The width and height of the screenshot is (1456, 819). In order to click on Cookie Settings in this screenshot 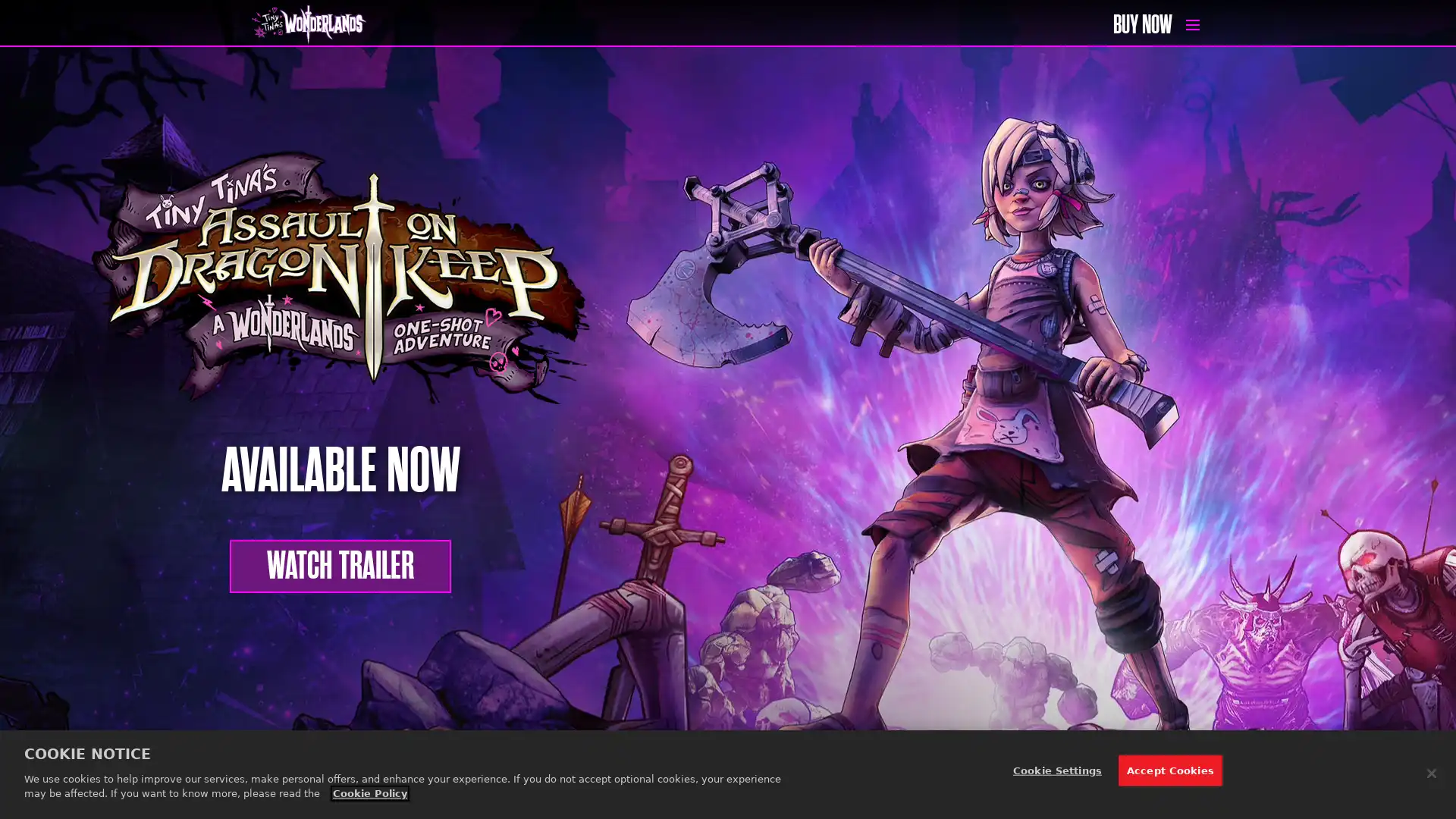, I will do `click(1056, 770)`.